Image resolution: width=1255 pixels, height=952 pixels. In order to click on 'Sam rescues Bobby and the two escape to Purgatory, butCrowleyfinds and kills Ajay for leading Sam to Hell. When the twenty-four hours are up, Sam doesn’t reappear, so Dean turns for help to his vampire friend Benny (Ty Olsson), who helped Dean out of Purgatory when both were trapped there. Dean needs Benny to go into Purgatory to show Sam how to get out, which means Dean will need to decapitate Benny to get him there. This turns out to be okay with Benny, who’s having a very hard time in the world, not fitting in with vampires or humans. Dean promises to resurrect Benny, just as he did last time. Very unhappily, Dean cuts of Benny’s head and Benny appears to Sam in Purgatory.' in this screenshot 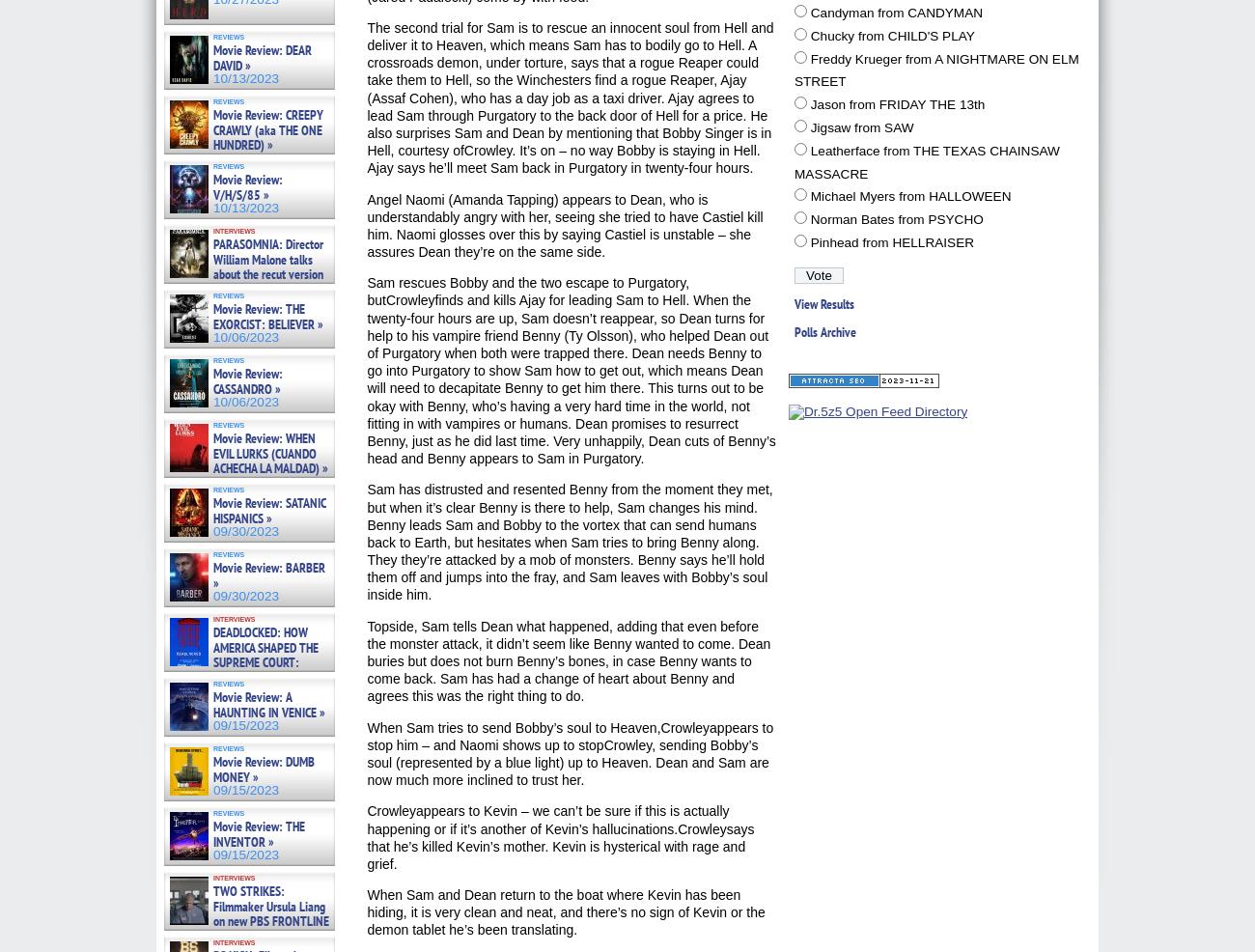, I will do `click(570, 370)`.